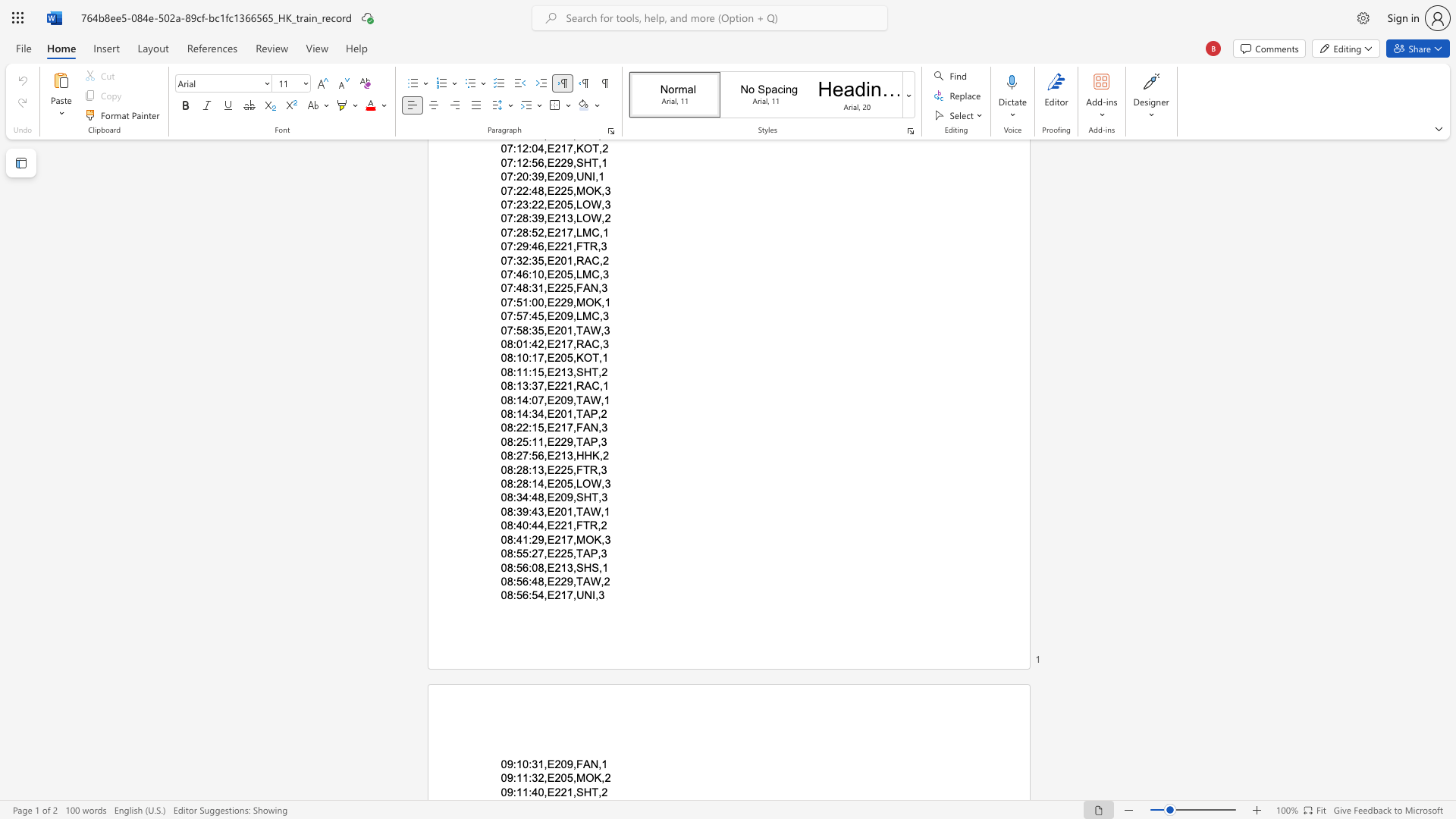 This screenshot has width=1456, height=819. I want to click on the space between the continuous character "4" and "8" in the text, so click(538, 580).